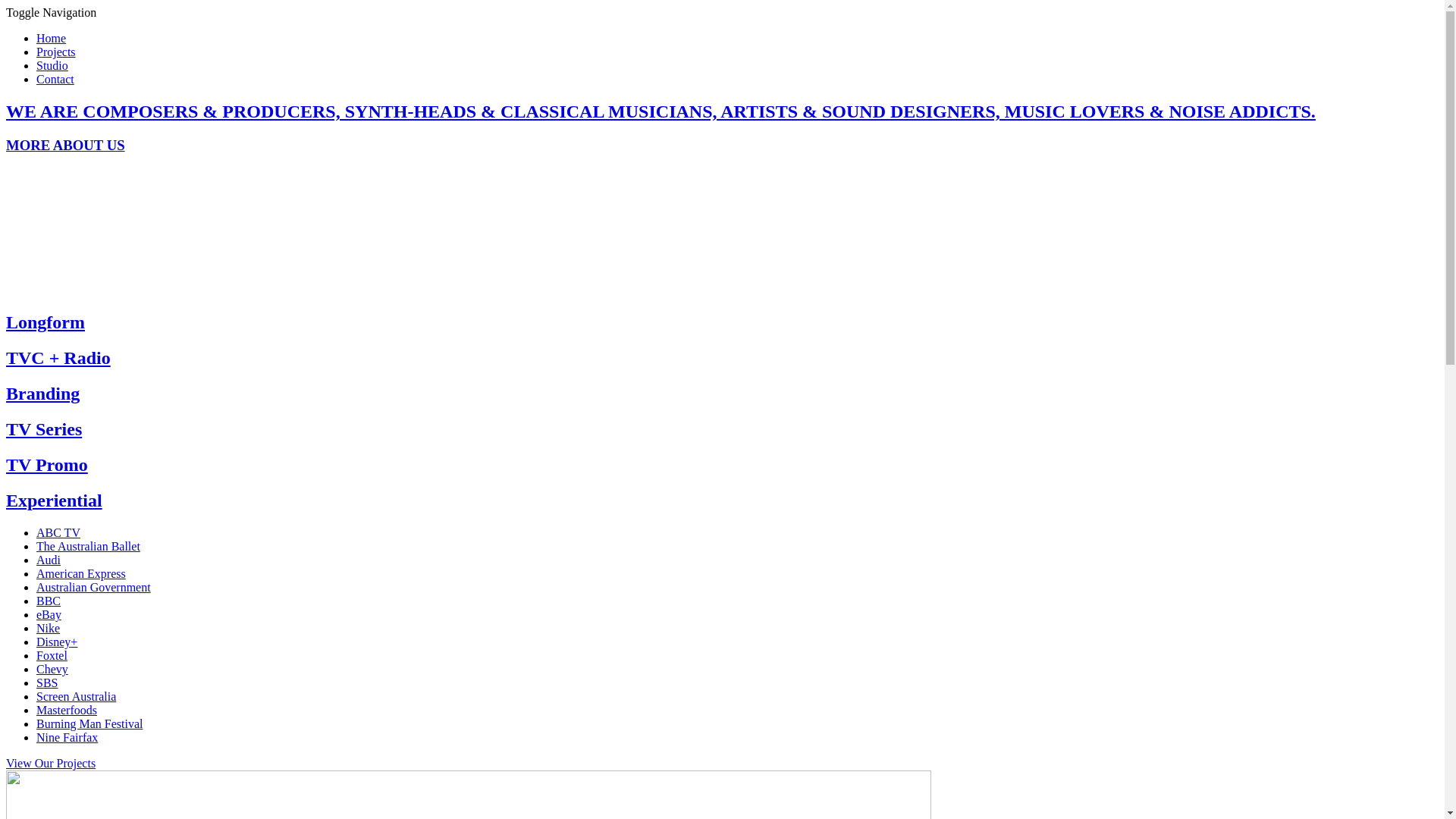  What do you see at coordinates (51, 37) in the screenshot?
I see `'Home'` at bounding box center [51, 37].